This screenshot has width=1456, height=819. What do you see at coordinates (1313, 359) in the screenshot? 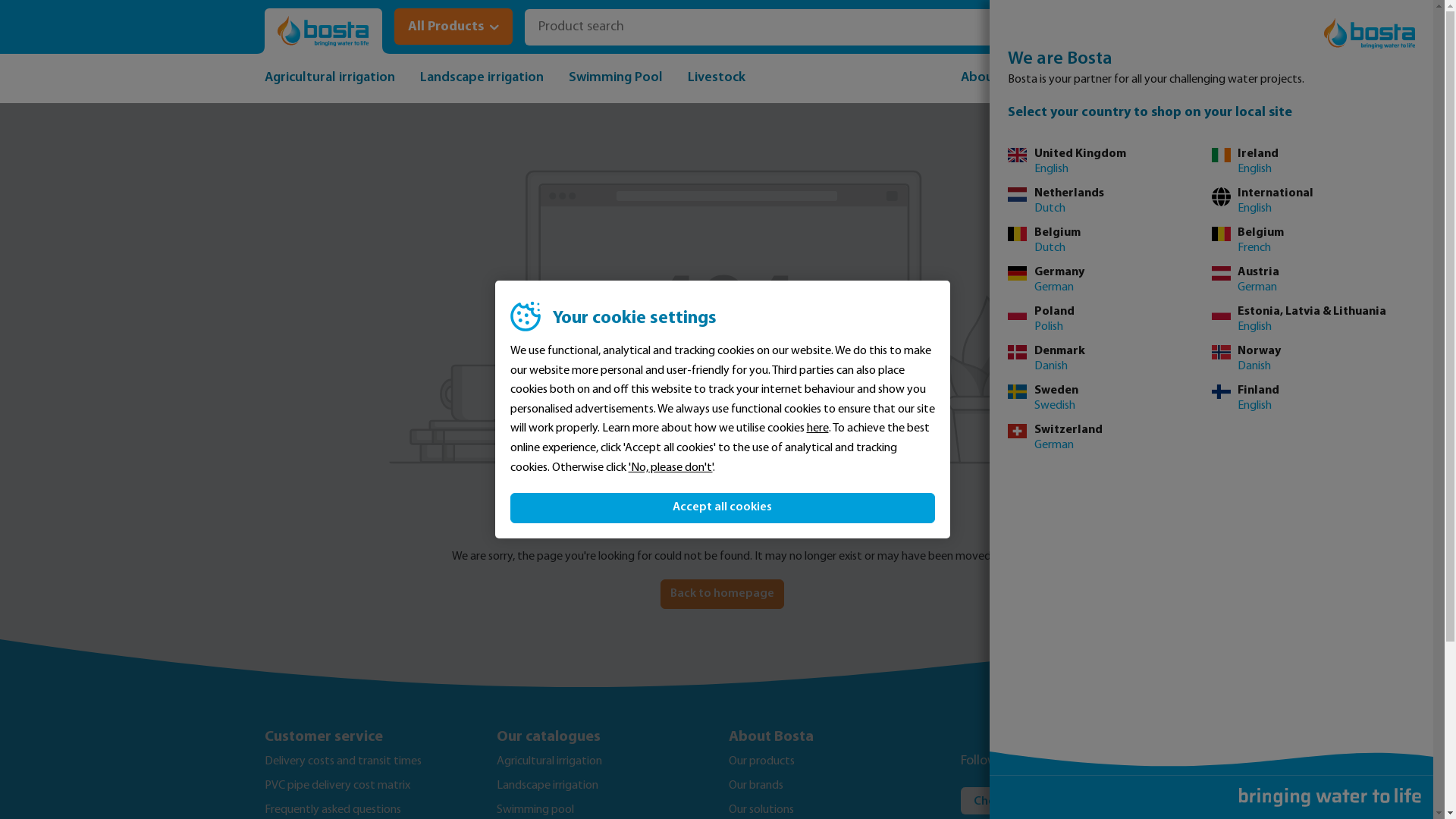
I see `'Norway` at bounding box center [1313, 359].